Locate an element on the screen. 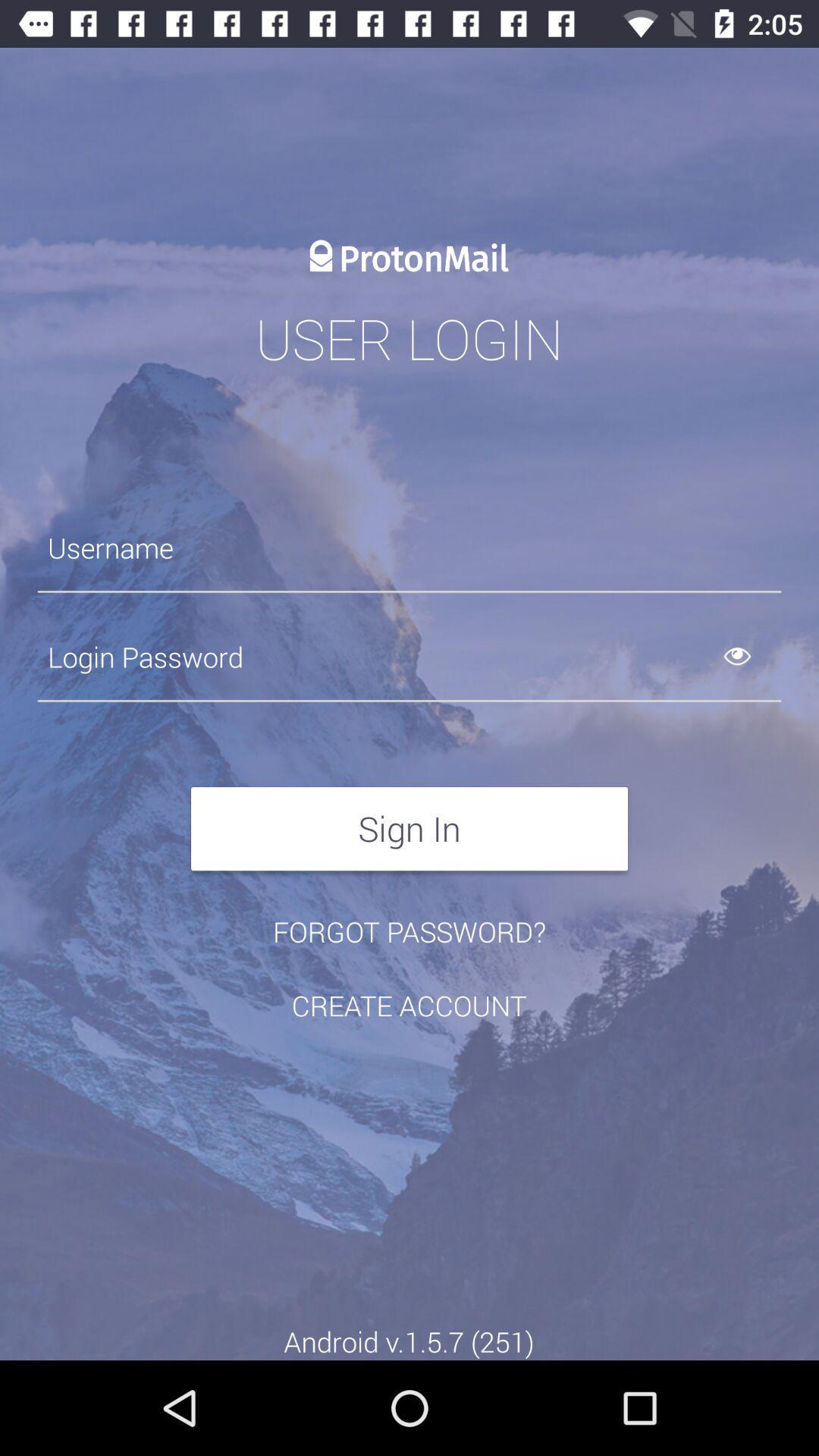  login password field is located at coordinates (409, 657).